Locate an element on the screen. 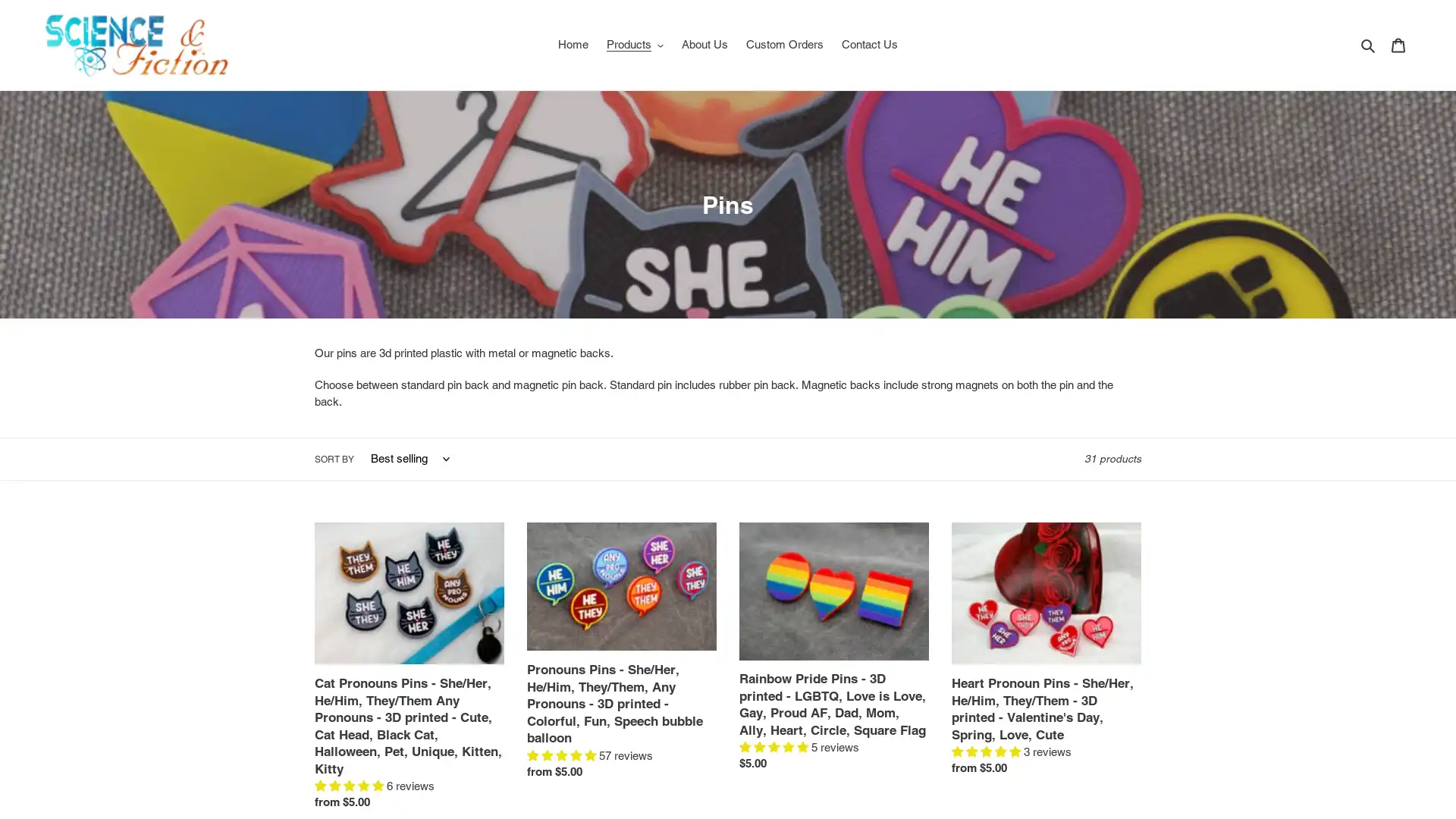 The width and height of the screenshot is (1456, 819). 4.98 stars is located at coordinates (562, 755).